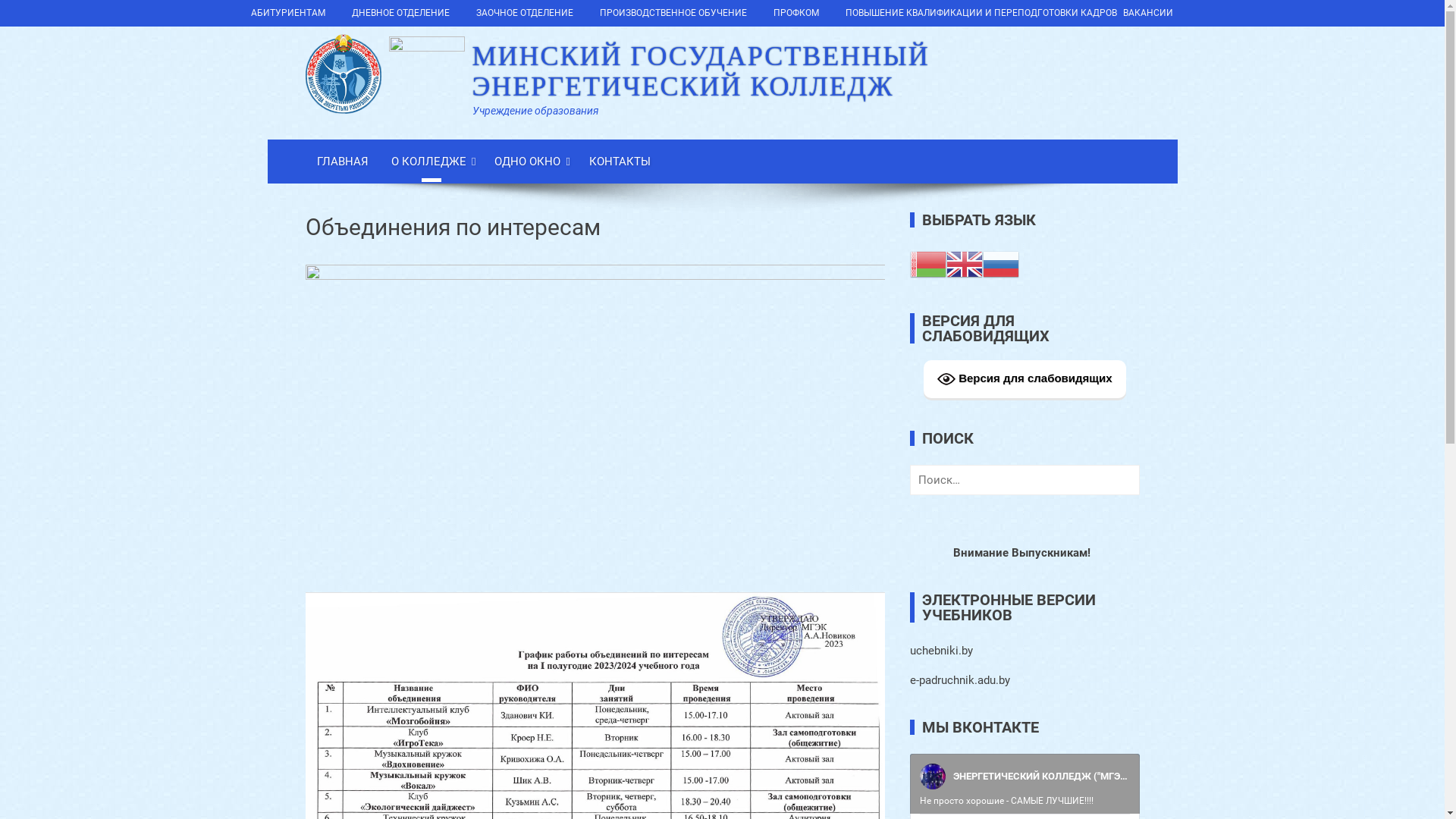 This screenshot has height=819, width=1456. I want to click on 'Belarusian', so click(927, 262).